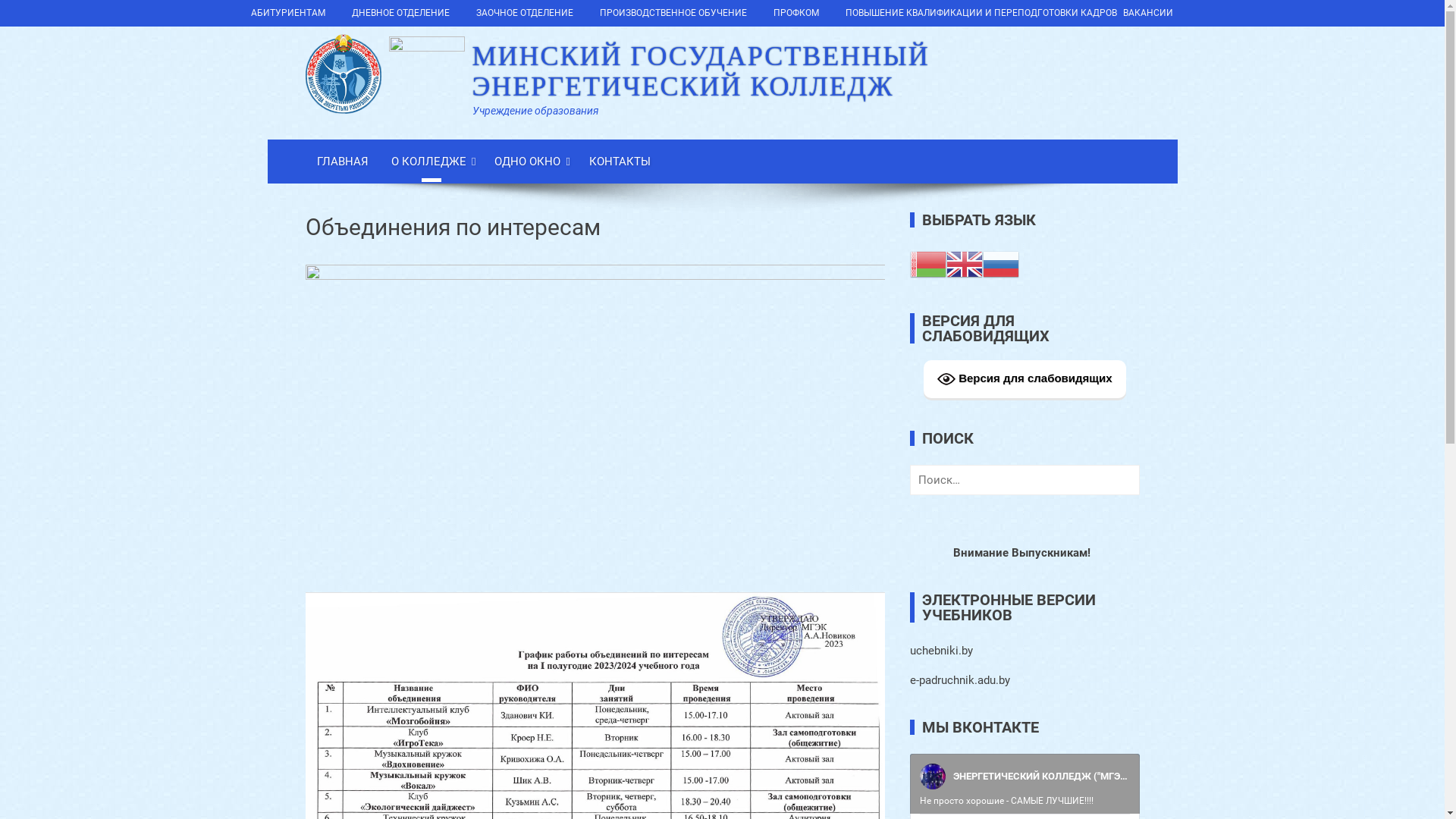 This screenshot has height=819, width=1456. I want to click on 'Belarusian', so click(927, 262).